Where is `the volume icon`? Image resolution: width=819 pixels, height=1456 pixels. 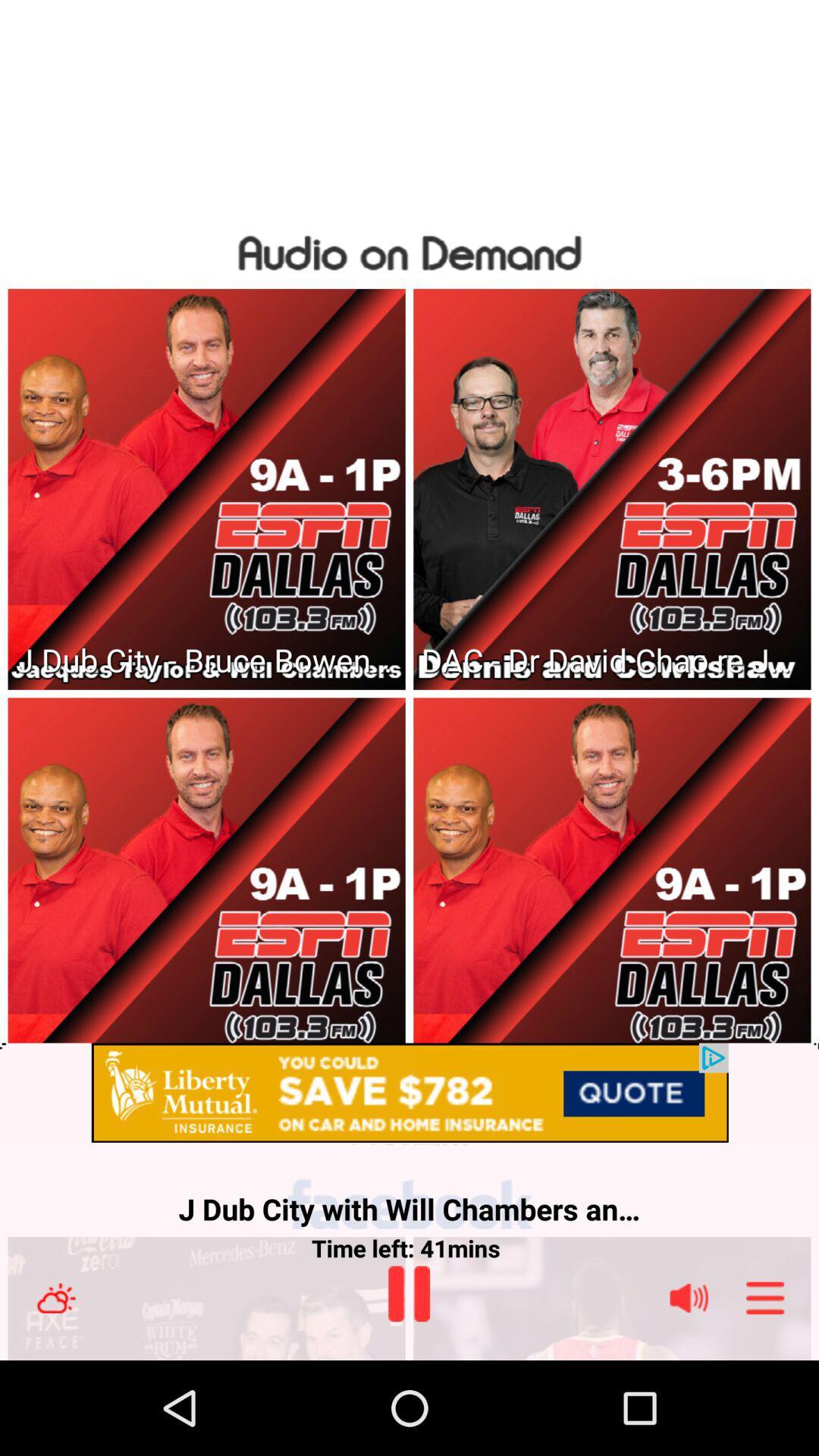 the volume icon is located at coordinates (689, 1389).